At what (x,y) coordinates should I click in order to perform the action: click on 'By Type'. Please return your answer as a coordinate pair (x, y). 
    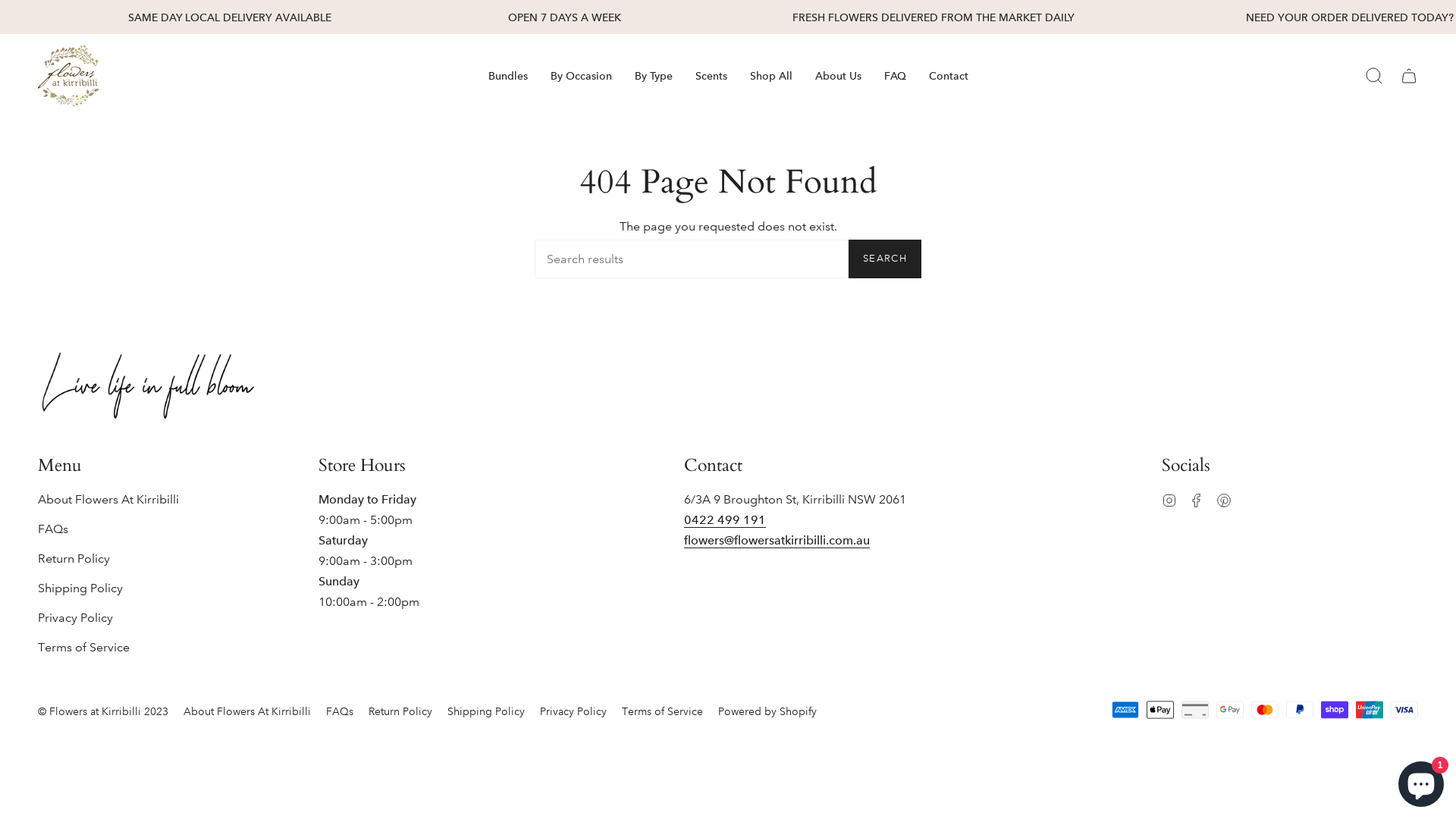
    Looking at the image, I should click on (654, 76).